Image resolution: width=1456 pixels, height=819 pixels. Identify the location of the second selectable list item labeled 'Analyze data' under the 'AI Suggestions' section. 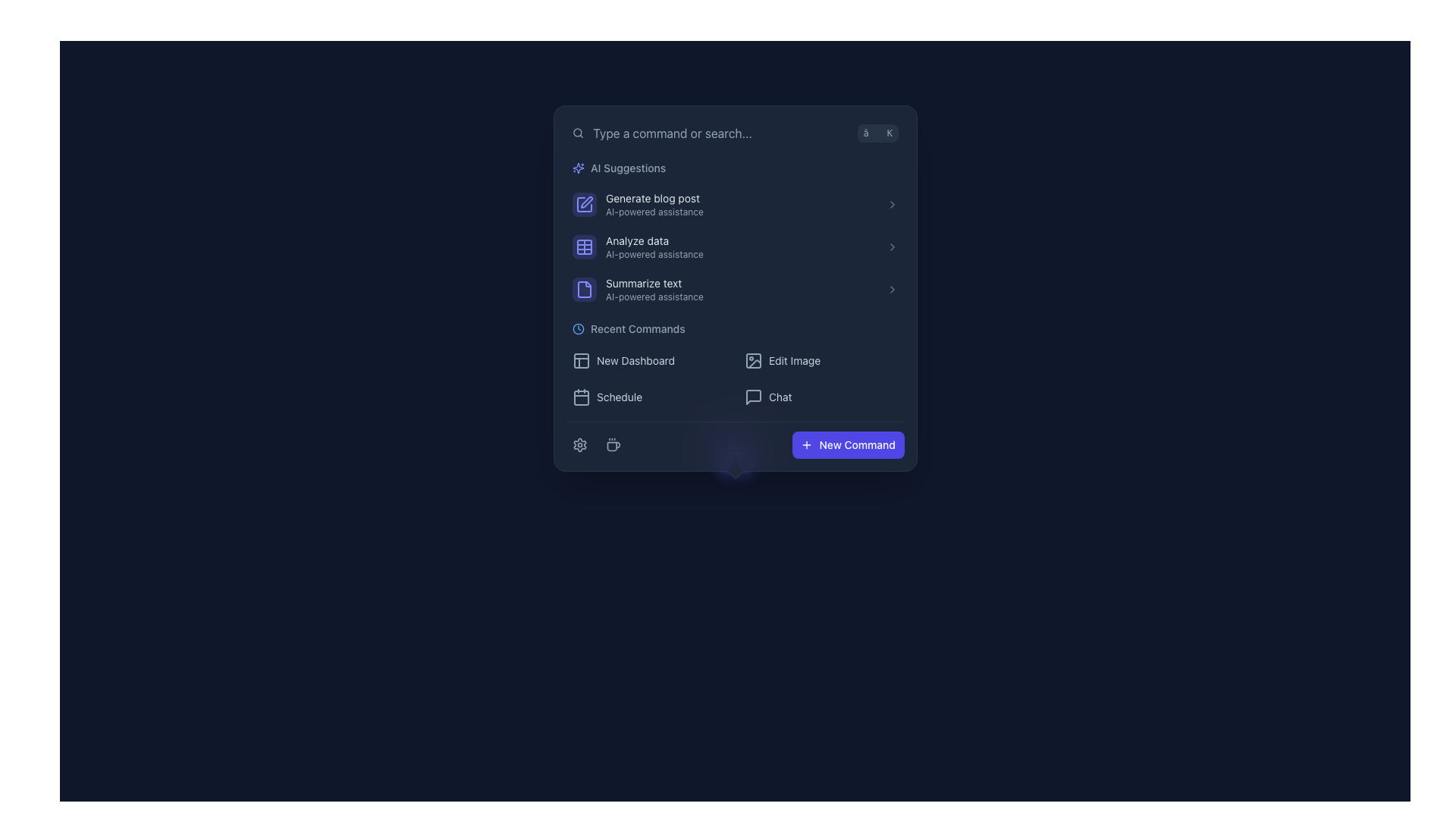
(741, 246).